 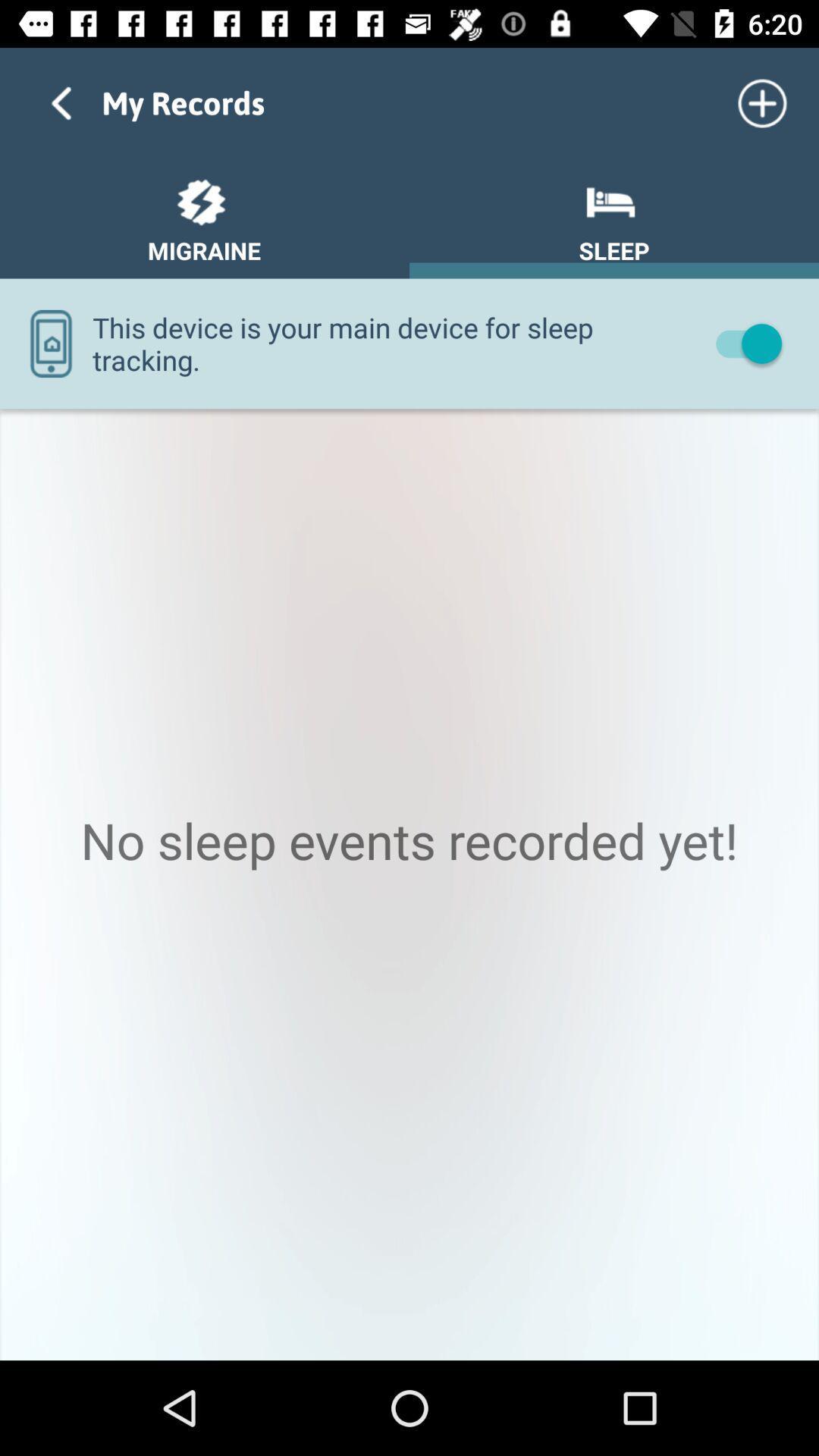 What do you see at coordinates (409, 884) in the screenshot?
I see `no sleep events` at bounding box center [409, 884].